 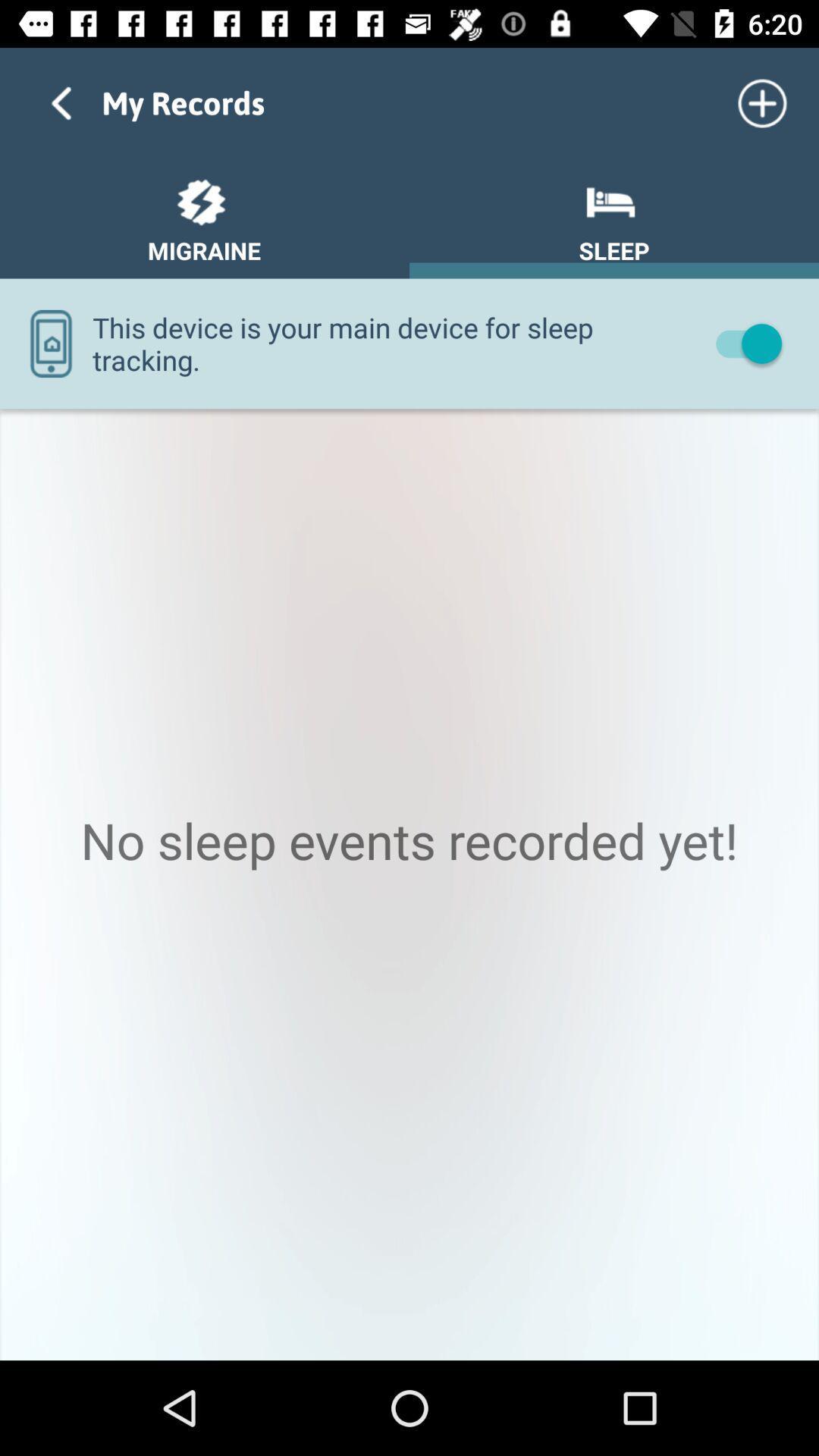 What do you see at coordinates (409, 884) in the screenshot?
I see `no sleep events` at bounding box center [409, 884].